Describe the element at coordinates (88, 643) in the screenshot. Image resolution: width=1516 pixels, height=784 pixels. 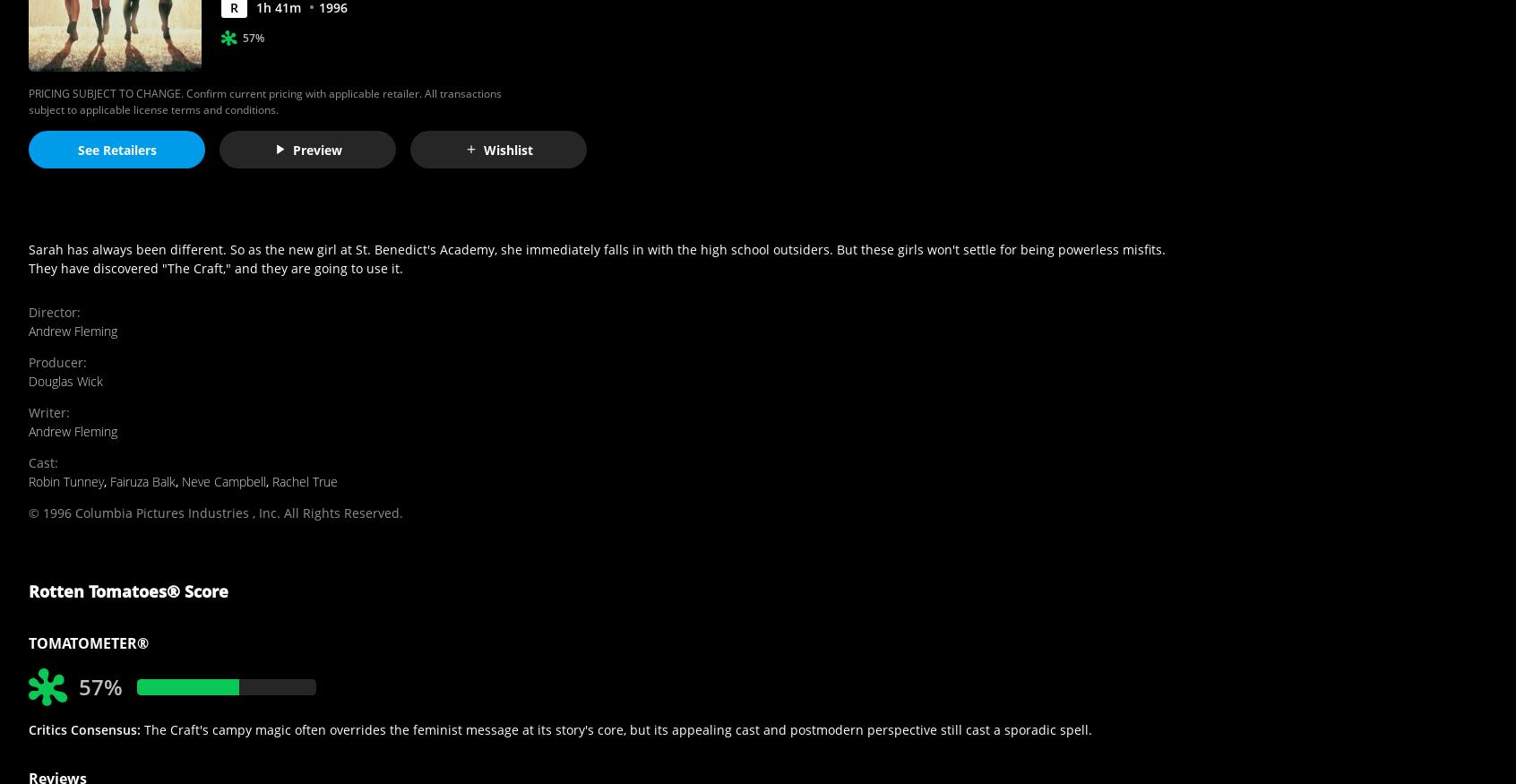
I see `'TOMATOMETER®'` at that location.